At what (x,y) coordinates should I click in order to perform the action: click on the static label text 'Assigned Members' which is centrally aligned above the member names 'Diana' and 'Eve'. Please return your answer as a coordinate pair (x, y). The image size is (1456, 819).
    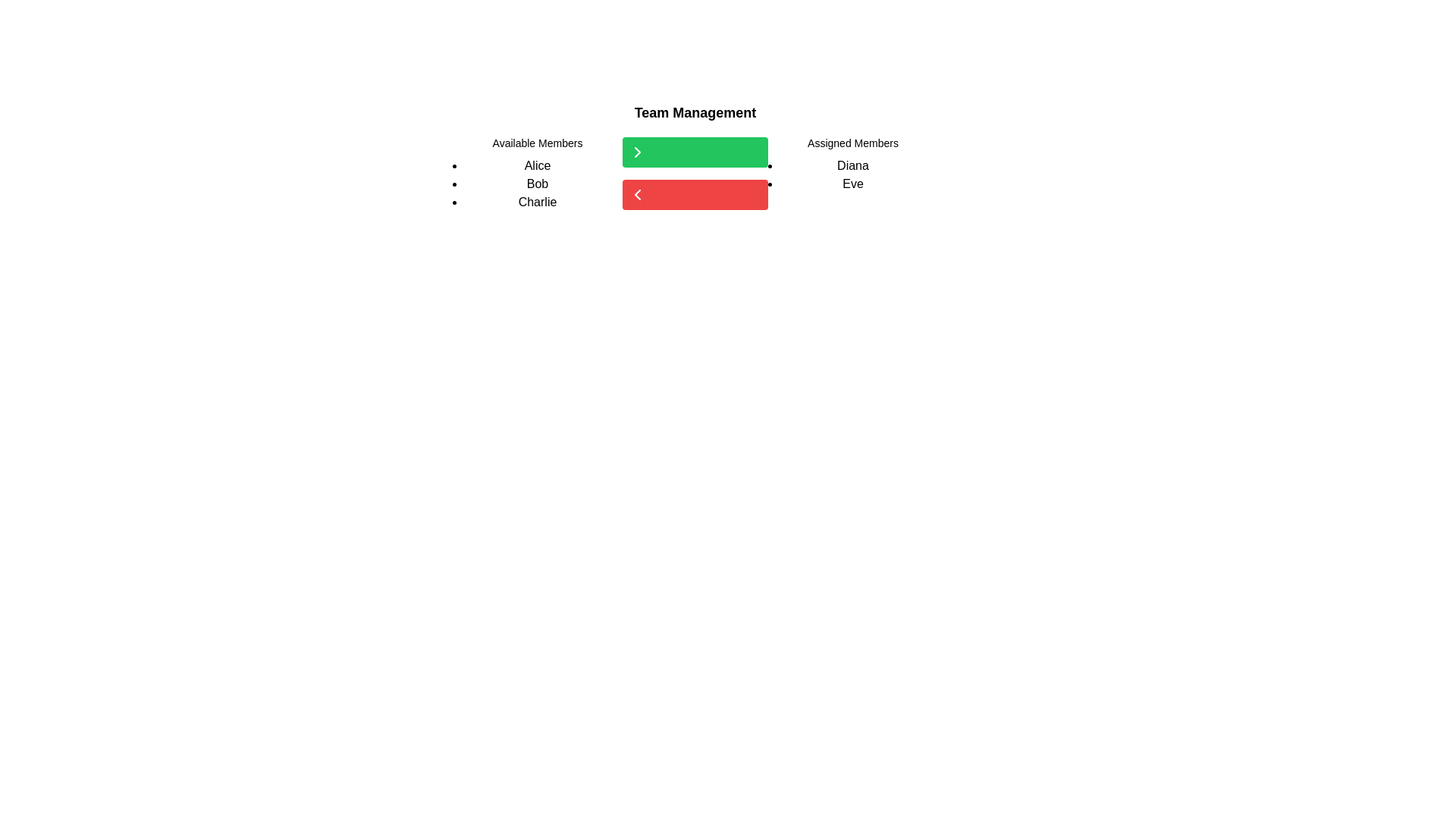
    Looking at the image, I should click on (852, 143).